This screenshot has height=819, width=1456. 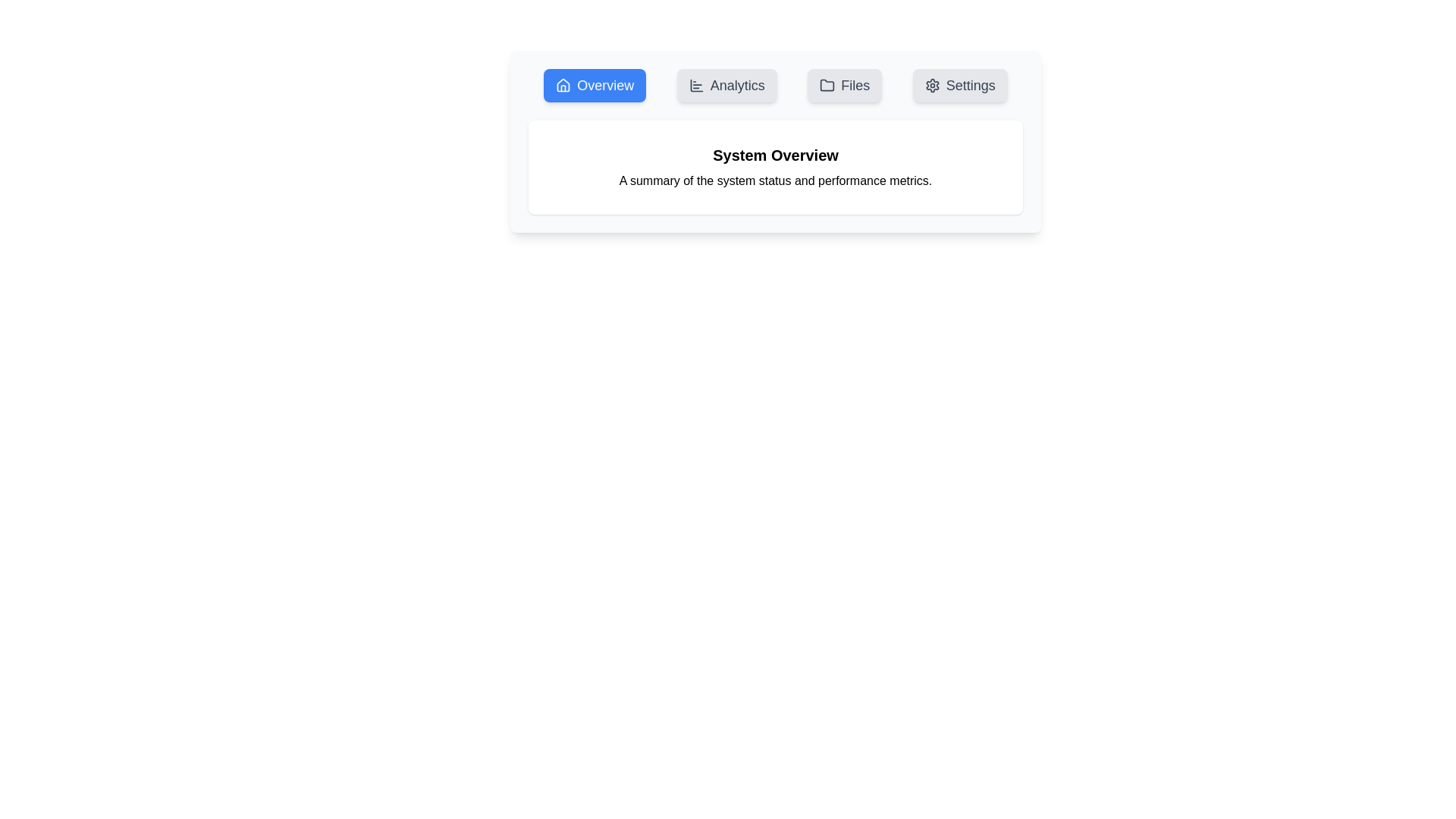 I want to click on the charting or analytics graphical icon located in the toolbar section, so click(x=695, y=85).